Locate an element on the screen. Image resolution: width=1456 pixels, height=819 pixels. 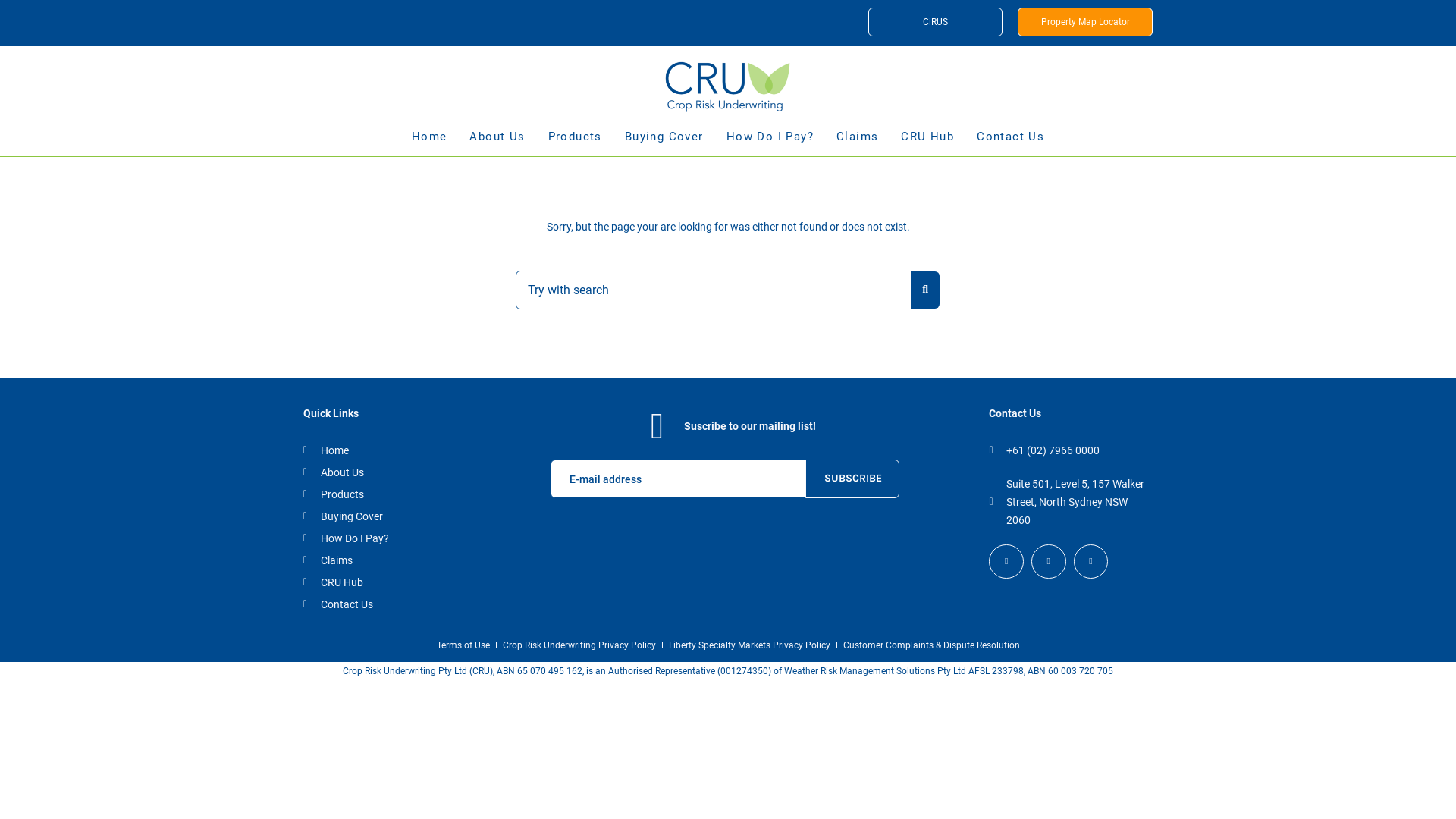
'Claims' is located at coordinates (303, 560).